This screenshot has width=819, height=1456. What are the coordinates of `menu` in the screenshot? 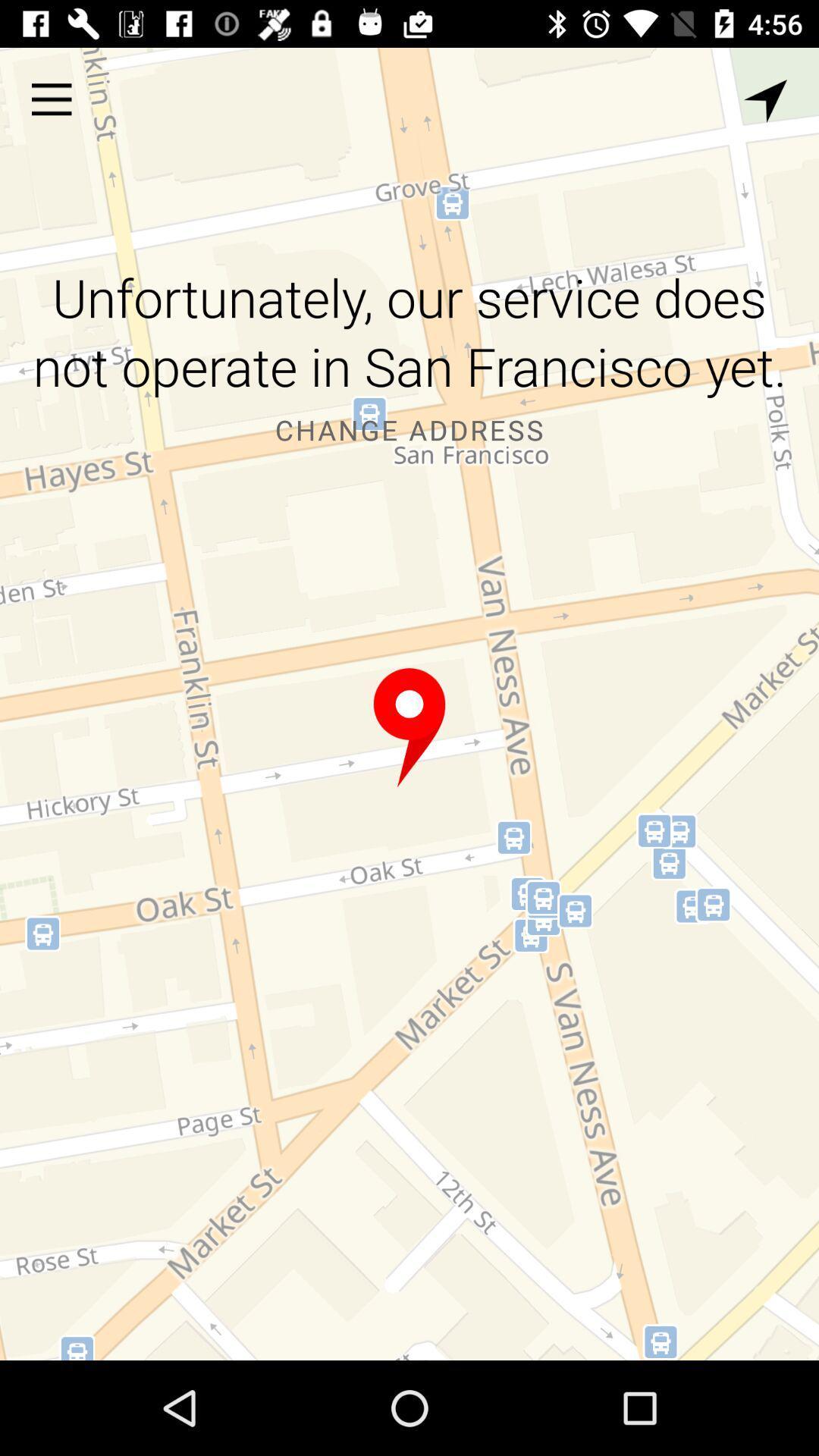 It's located at (51, 99).